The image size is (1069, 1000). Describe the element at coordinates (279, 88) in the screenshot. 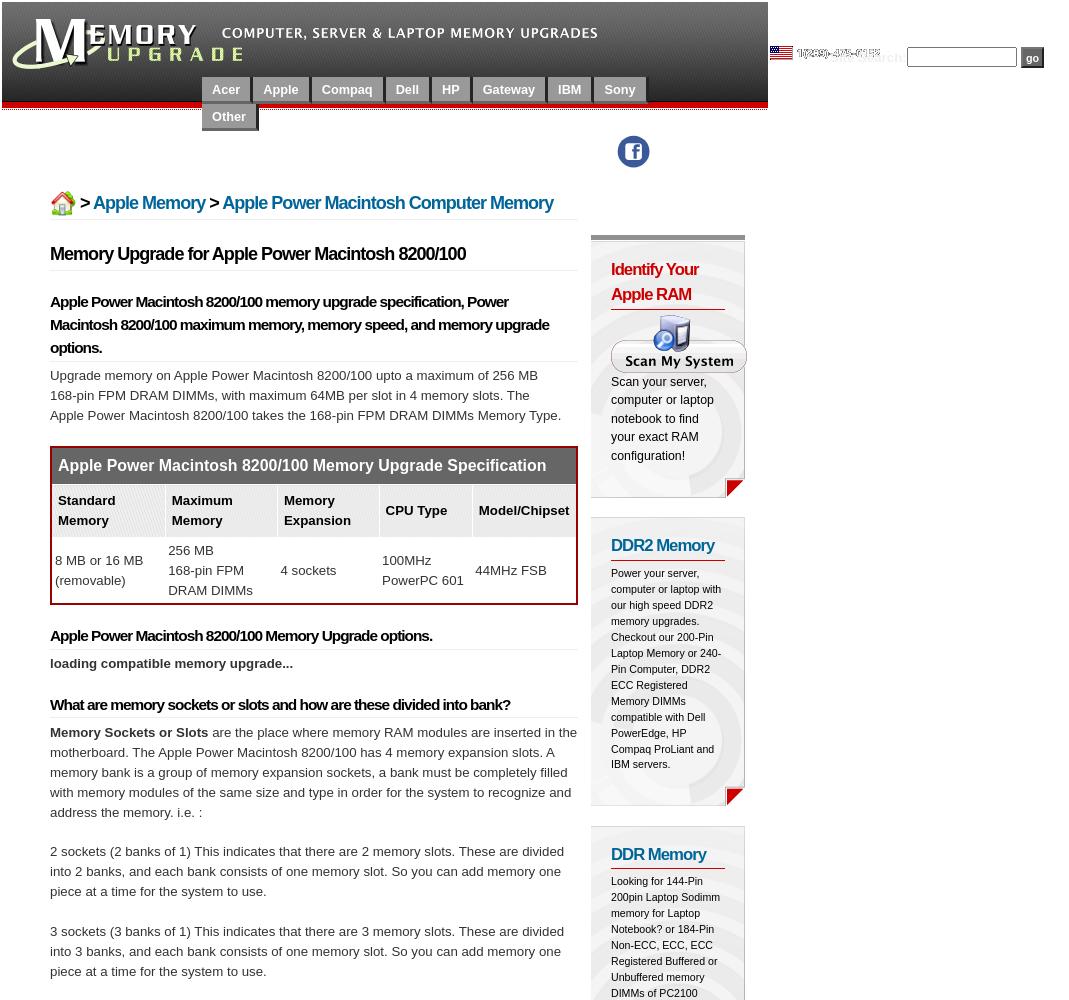

I see `'Apple'` at that location.